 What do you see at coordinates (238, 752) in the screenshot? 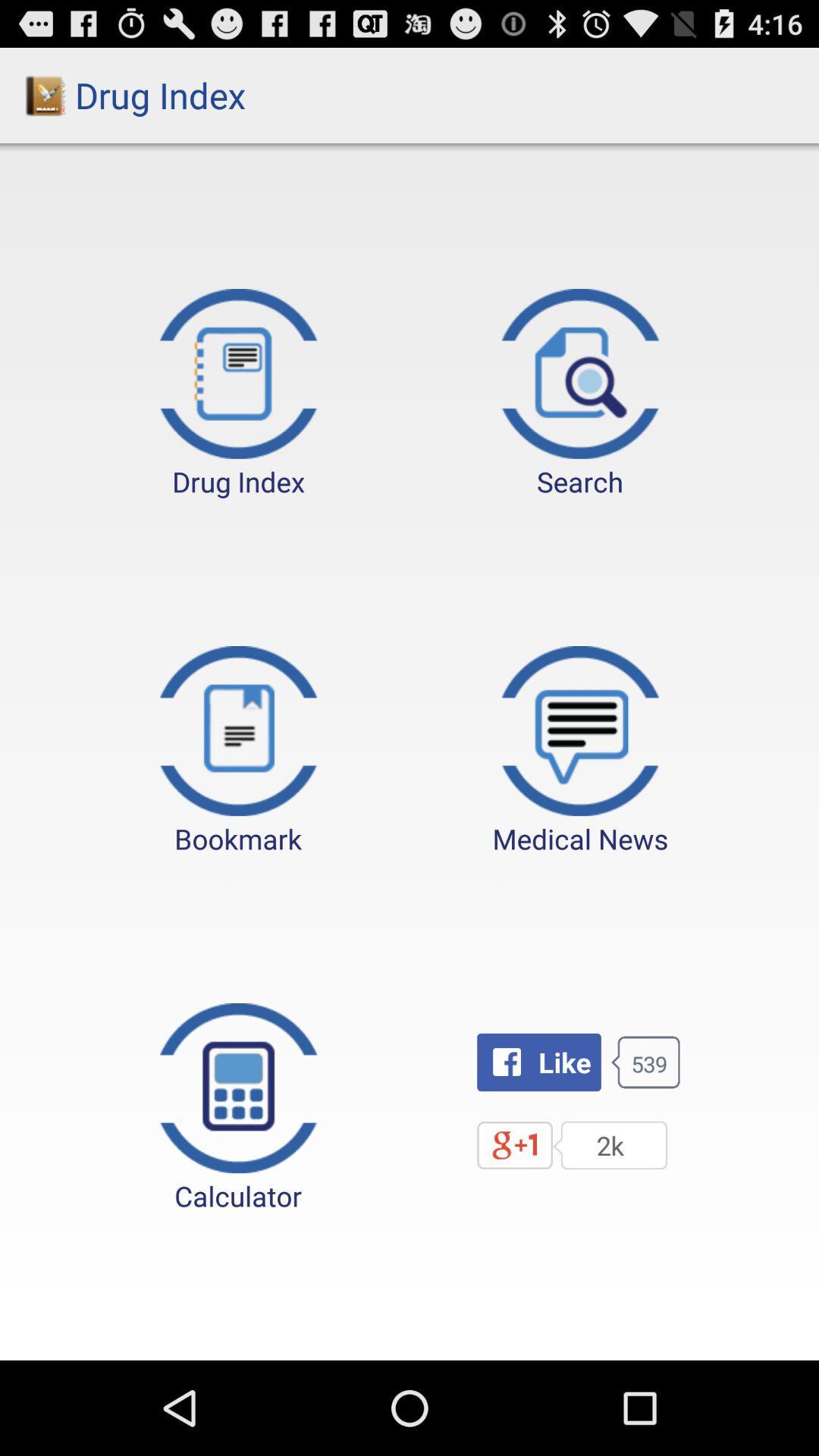
I see `the bookmark button` at bounding box center [238, 752].